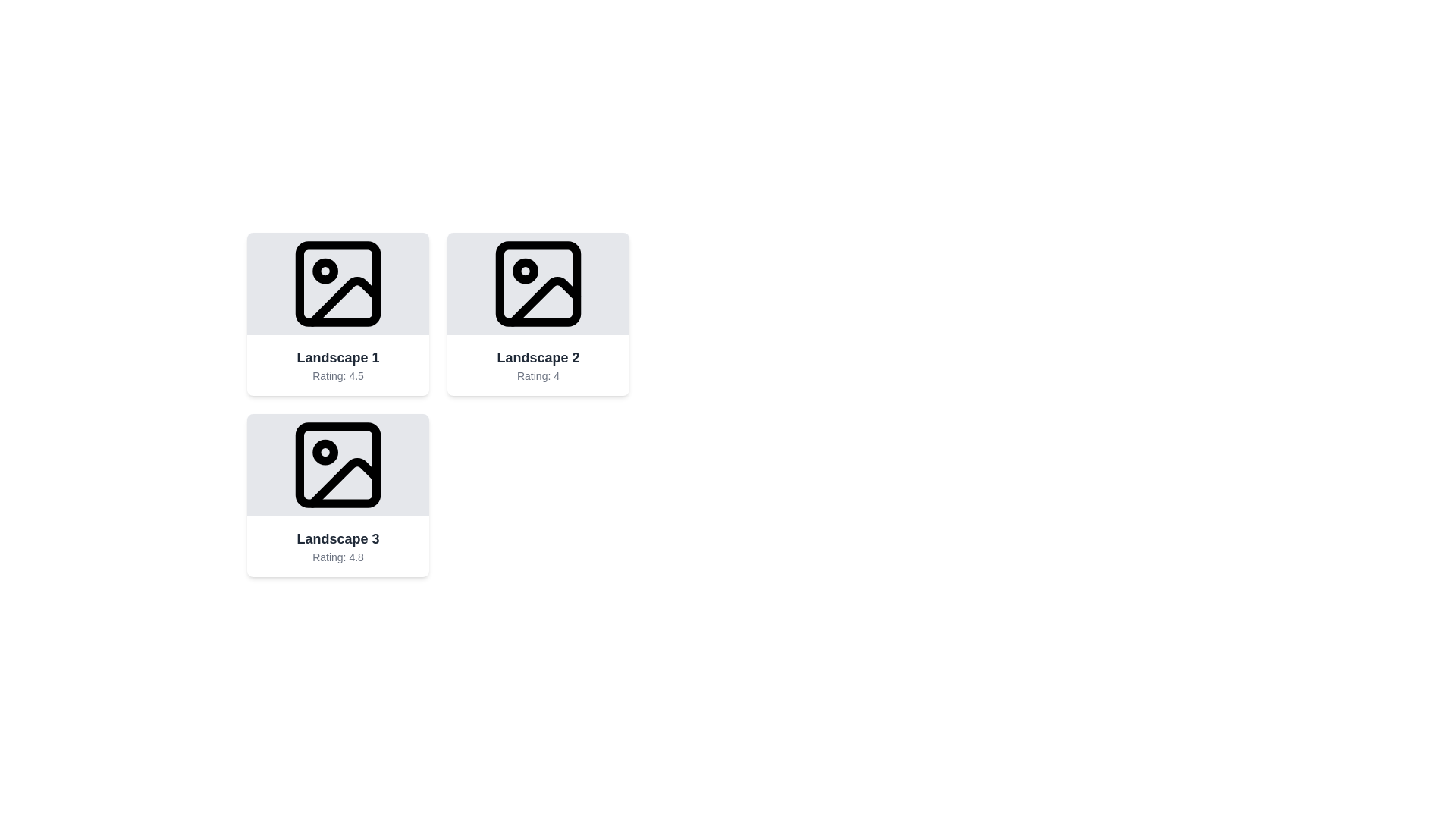  What do you see at coordinates (337, 557) in the screenshot?
I see `the text label displaying 'Rating: 4.8', which is styled in gray and positioned below the title 'Landscape 3' within its information card` at bounding box center [337, 557].